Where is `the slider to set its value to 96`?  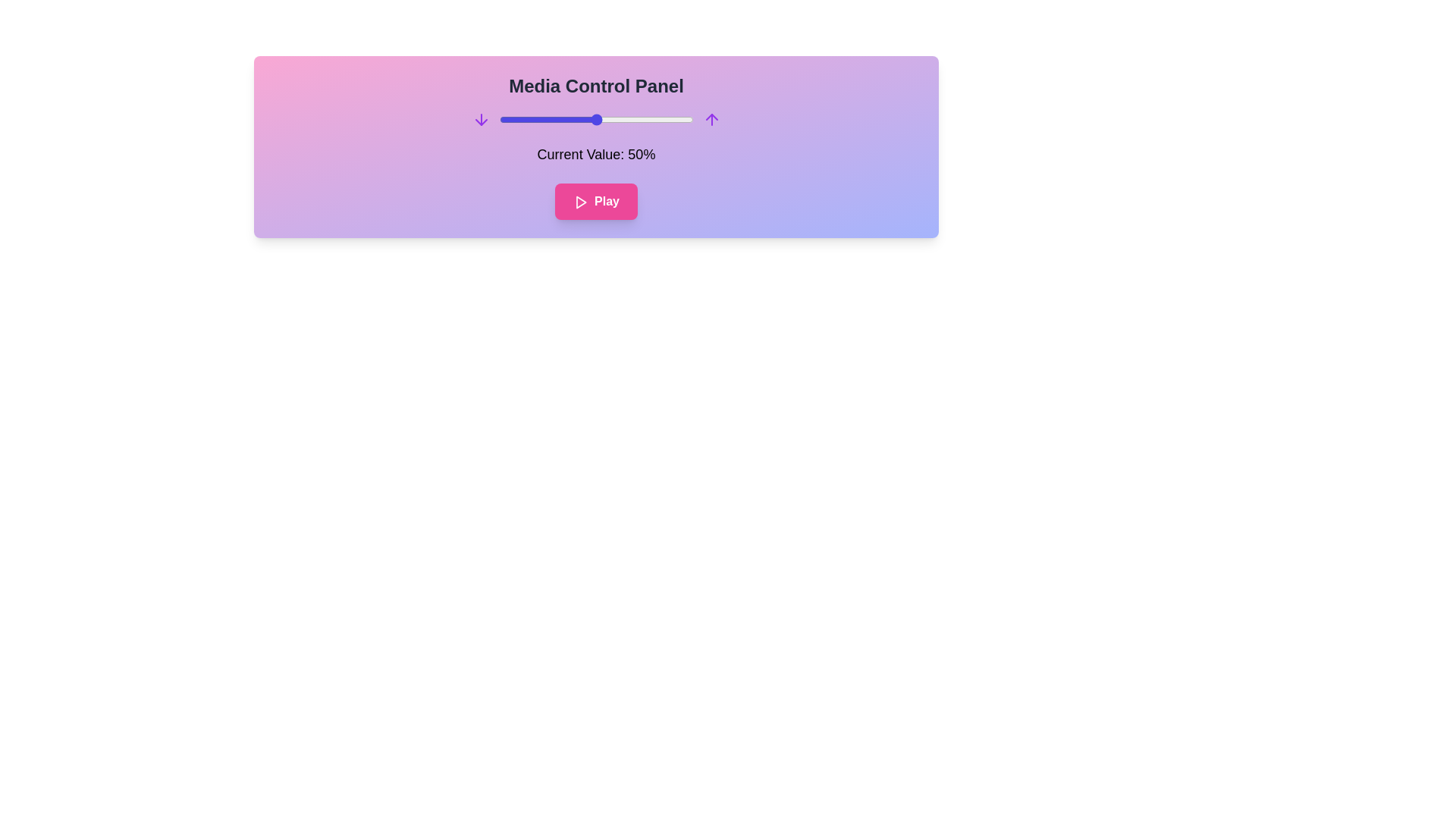 the slider to set its value to 96 is located at coordinates (685, 119).